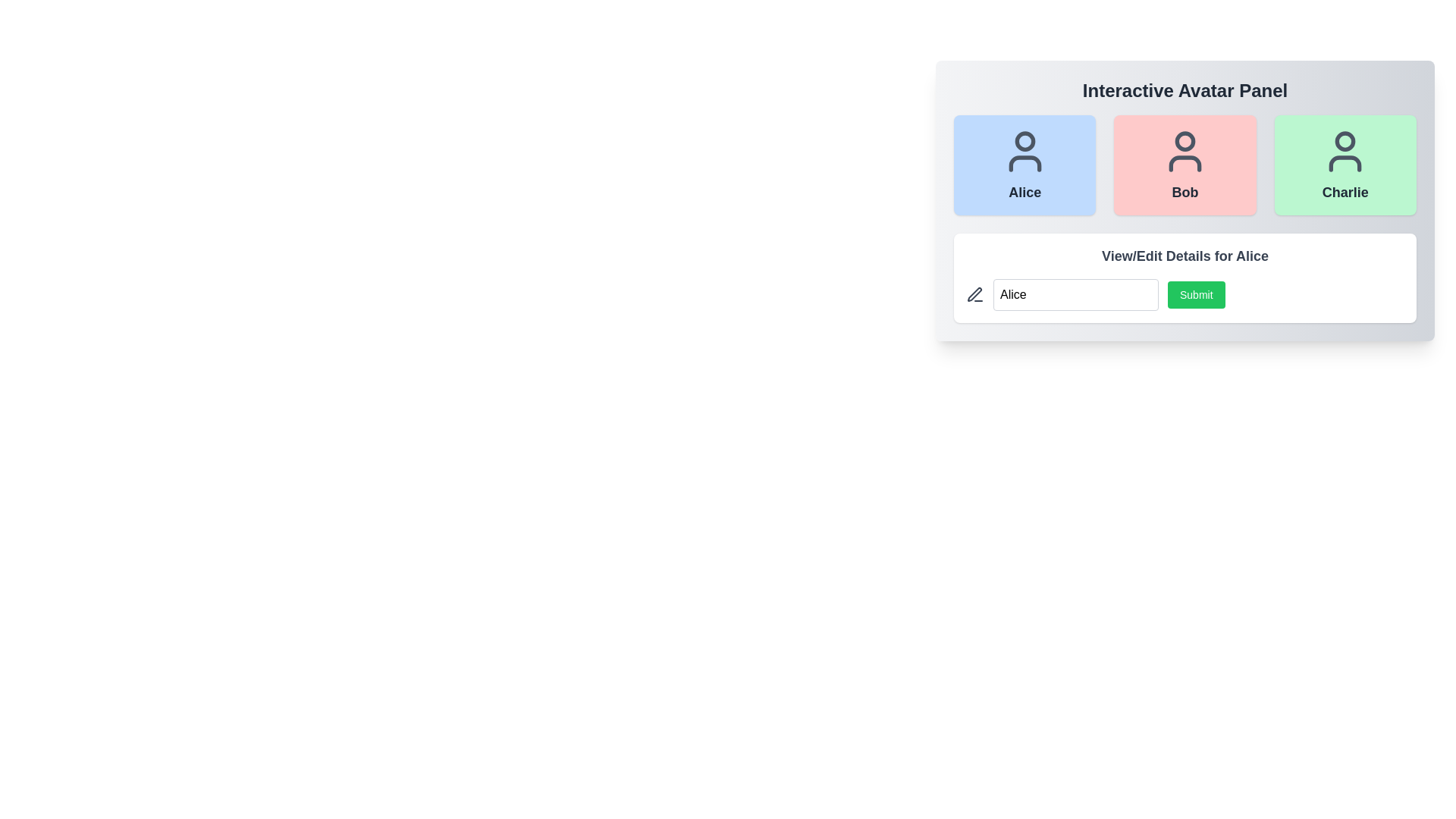  Describe the element at coordinates (1185, 295) in the screenshot. I see `the submission button located at the right end of the layout under 'View/Edit Details for Alice'` at that location.